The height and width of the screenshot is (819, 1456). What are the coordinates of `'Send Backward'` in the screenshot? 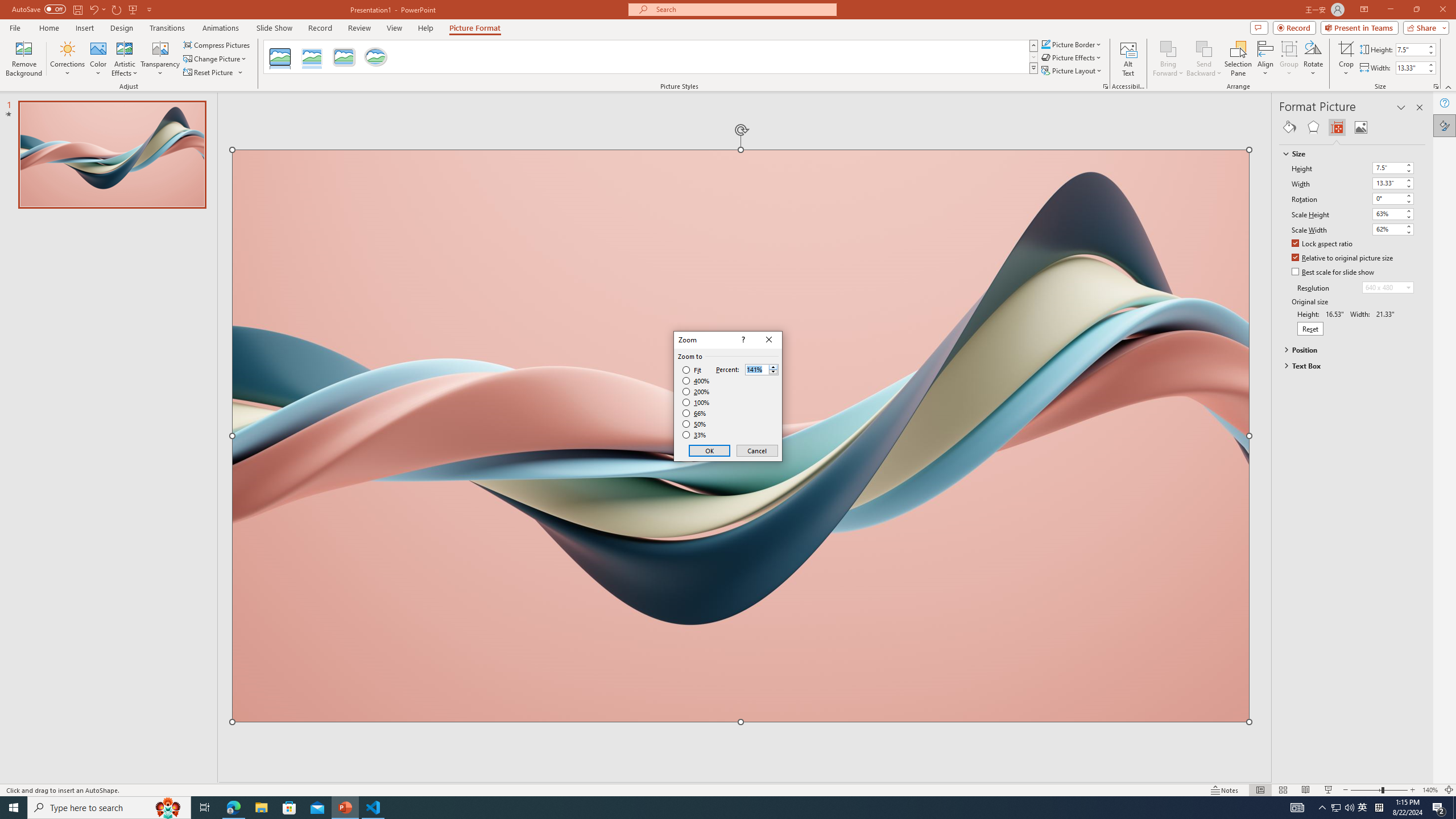 It's located at (1203, 48).